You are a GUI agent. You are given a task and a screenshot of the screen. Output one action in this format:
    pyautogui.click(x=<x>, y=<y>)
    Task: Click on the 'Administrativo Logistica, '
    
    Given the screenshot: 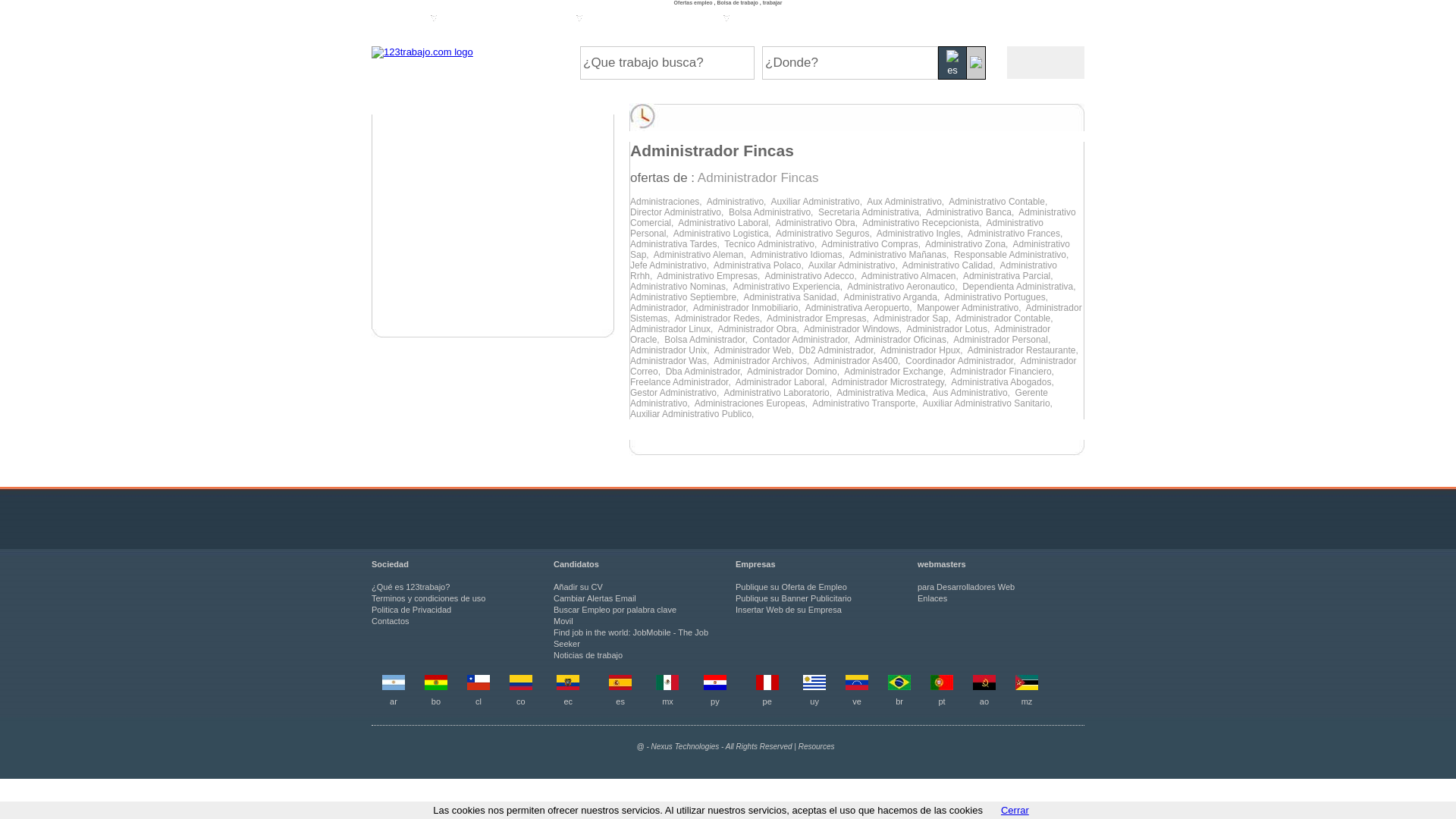 What is the action you would take?
    pyautogui.click(x=723, y=234)
    